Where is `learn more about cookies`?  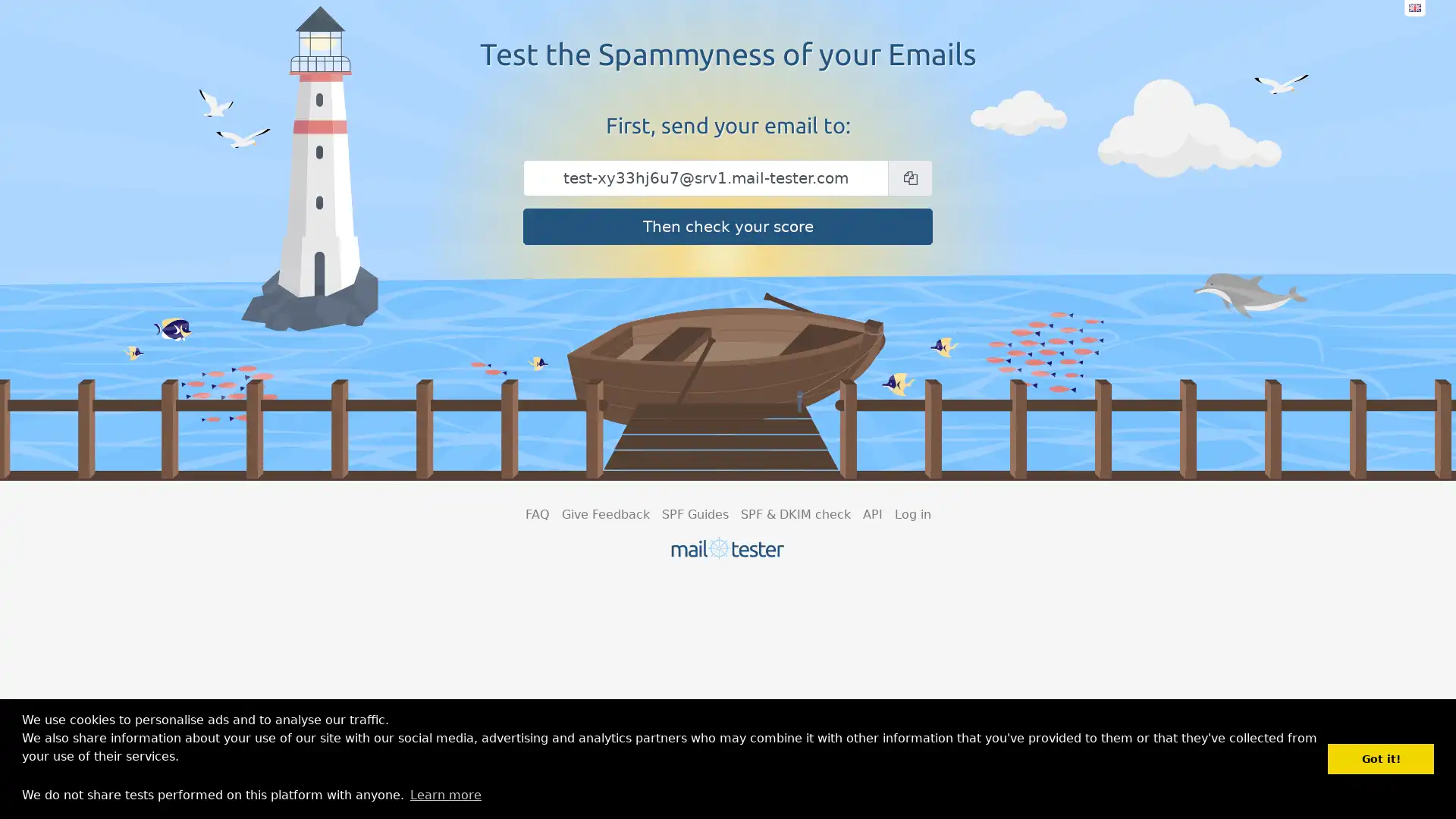 learn more about cookies is located at coordinates (444, 794).